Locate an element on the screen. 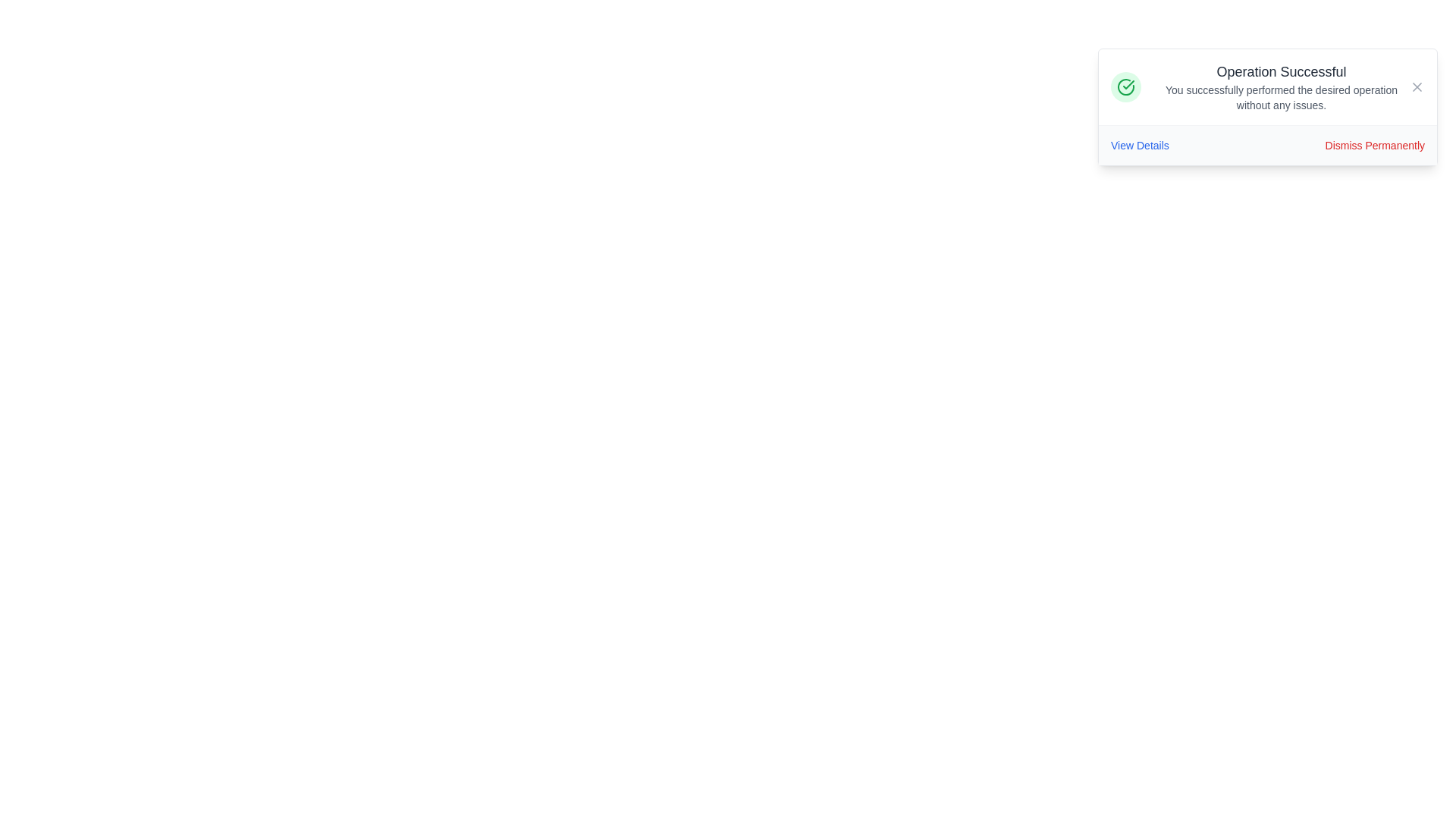 The image size is (1456, 819). the descriptive message text located at the bottom of the notification card, which provides additional information about the successful operation under the title 'Operation Successful' is located at coordinates (1280, 97).